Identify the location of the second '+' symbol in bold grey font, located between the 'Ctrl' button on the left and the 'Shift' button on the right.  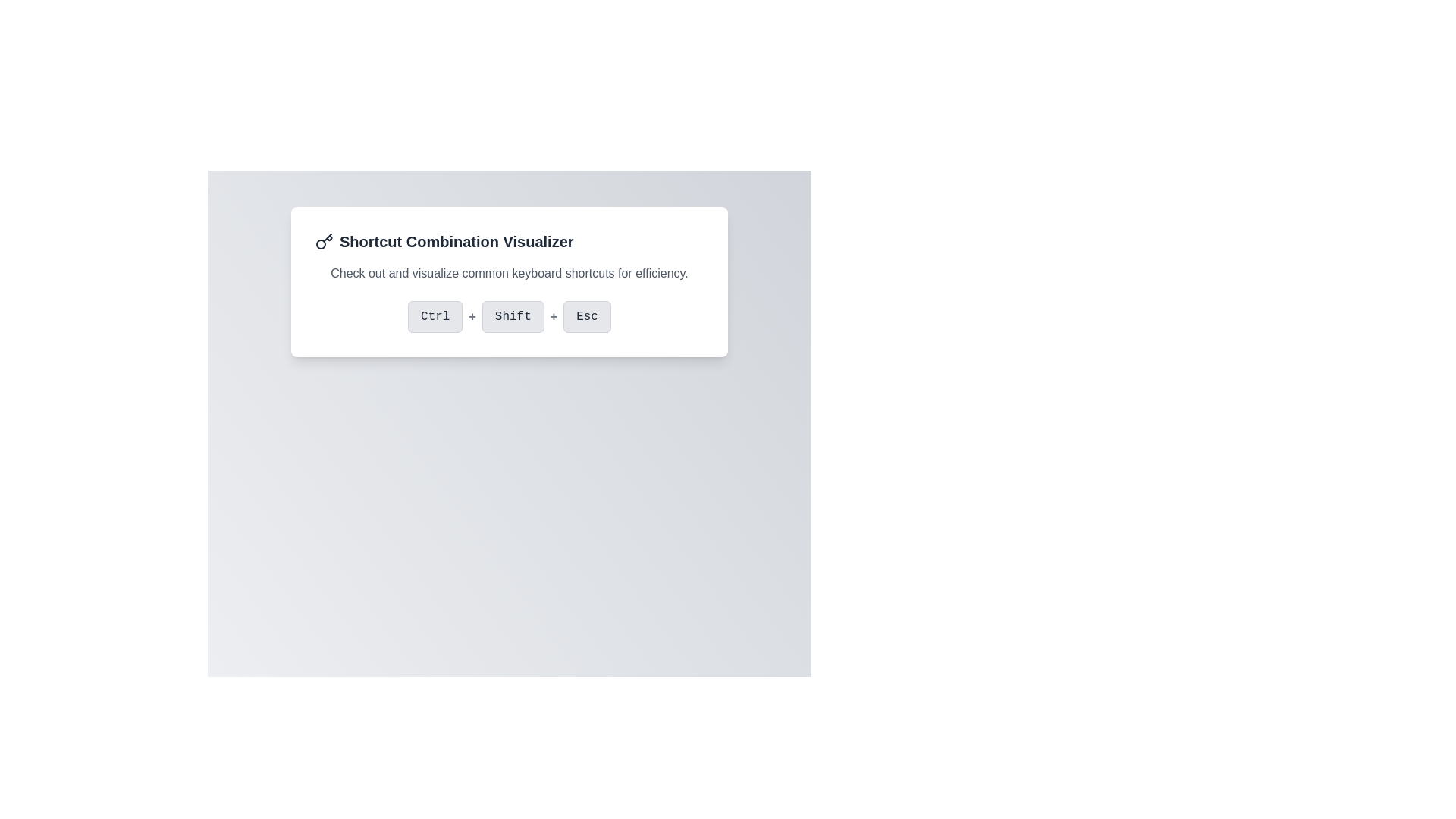
(472, 315).